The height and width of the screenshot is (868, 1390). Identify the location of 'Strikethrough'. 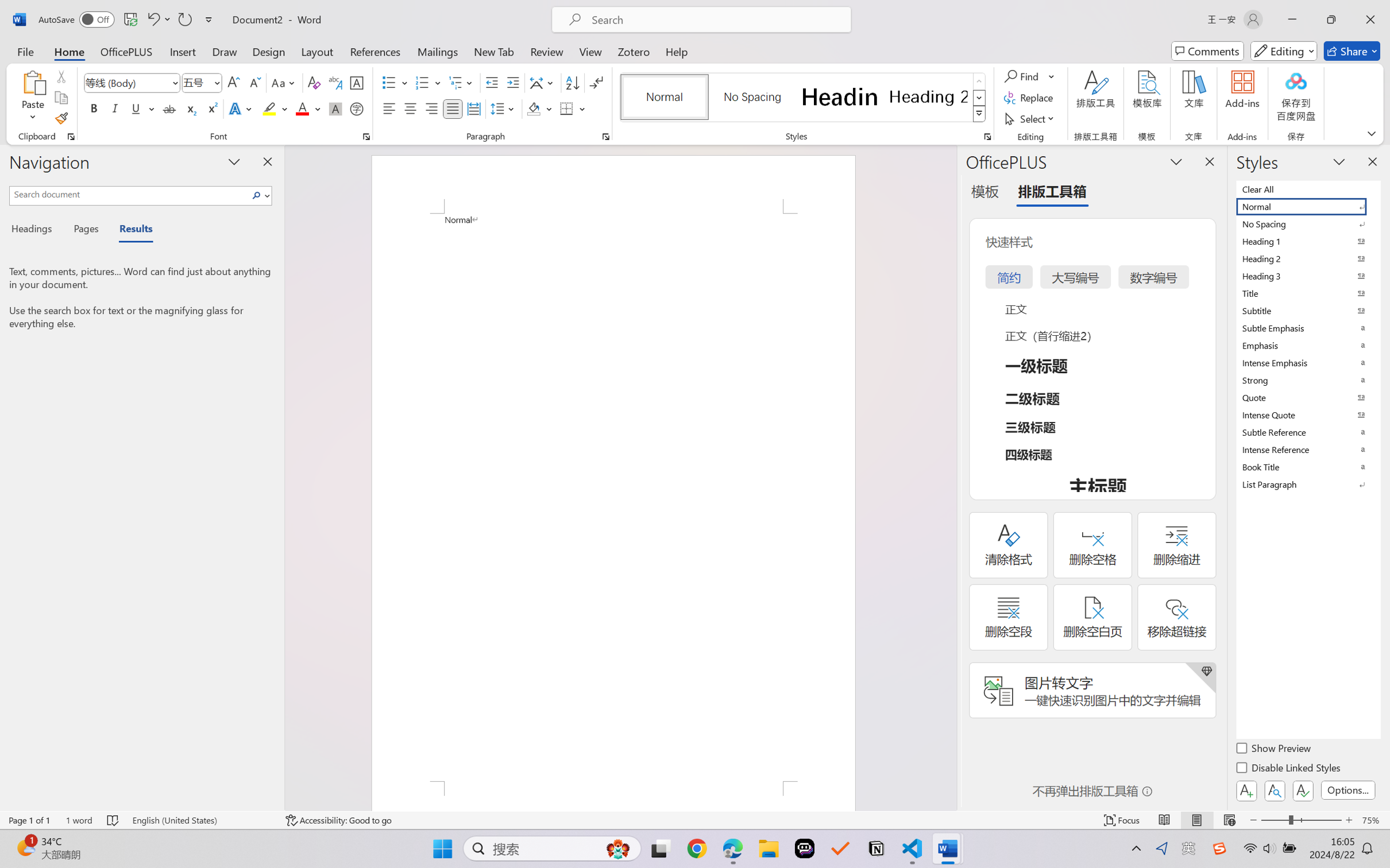
(169, 108).